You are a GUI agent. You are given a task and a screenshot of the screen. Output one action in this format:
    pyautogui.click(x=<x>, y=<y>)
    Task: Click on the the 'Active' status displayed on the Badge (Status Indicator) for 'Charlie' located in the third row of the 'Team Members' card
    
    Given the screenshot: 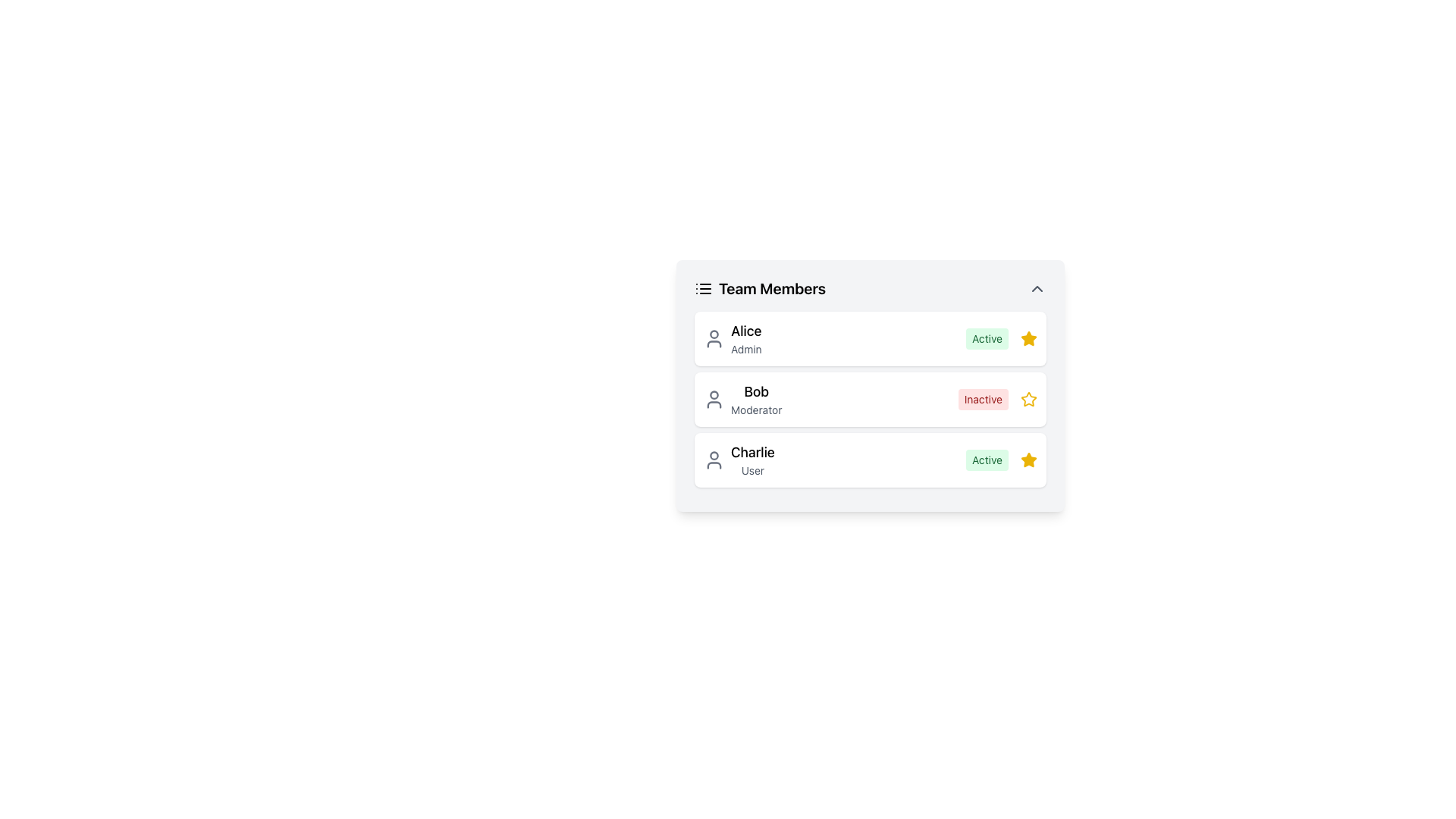 What is the action you would take?
    pyautogui.click(x=987, y=459)
    